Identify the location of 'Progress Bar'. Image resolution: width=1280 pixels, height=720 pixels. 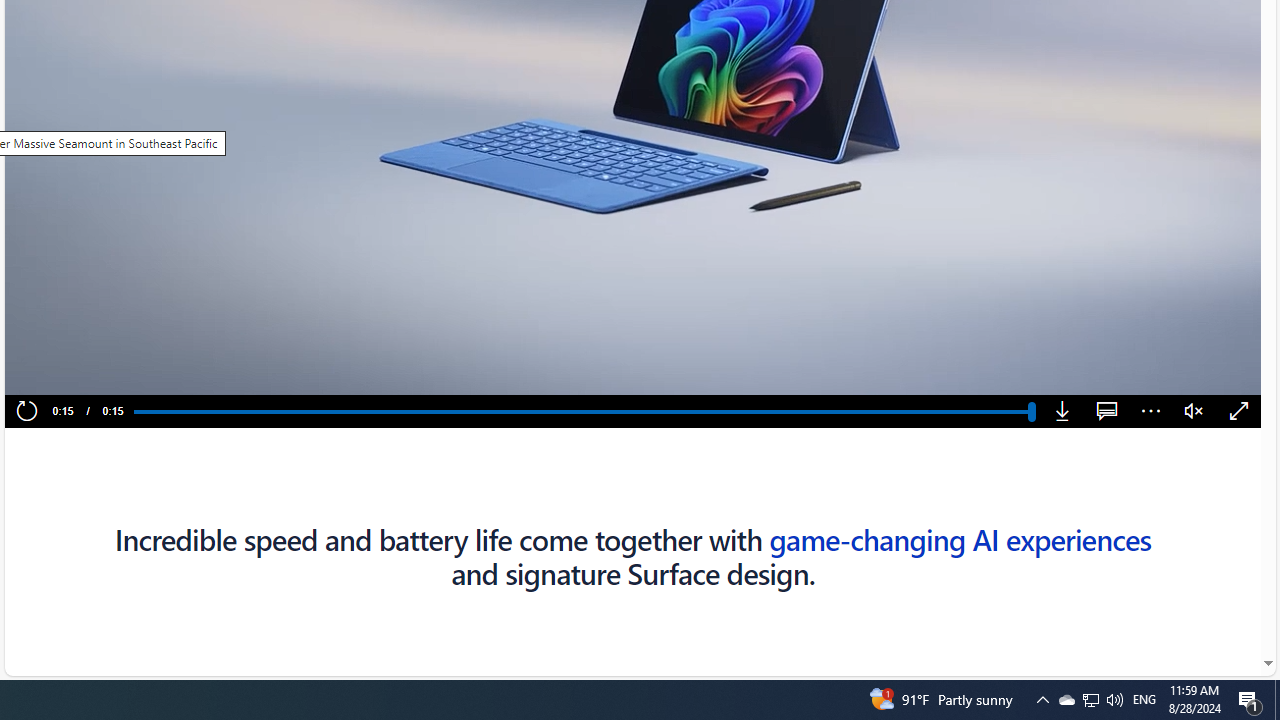
(581, 410).